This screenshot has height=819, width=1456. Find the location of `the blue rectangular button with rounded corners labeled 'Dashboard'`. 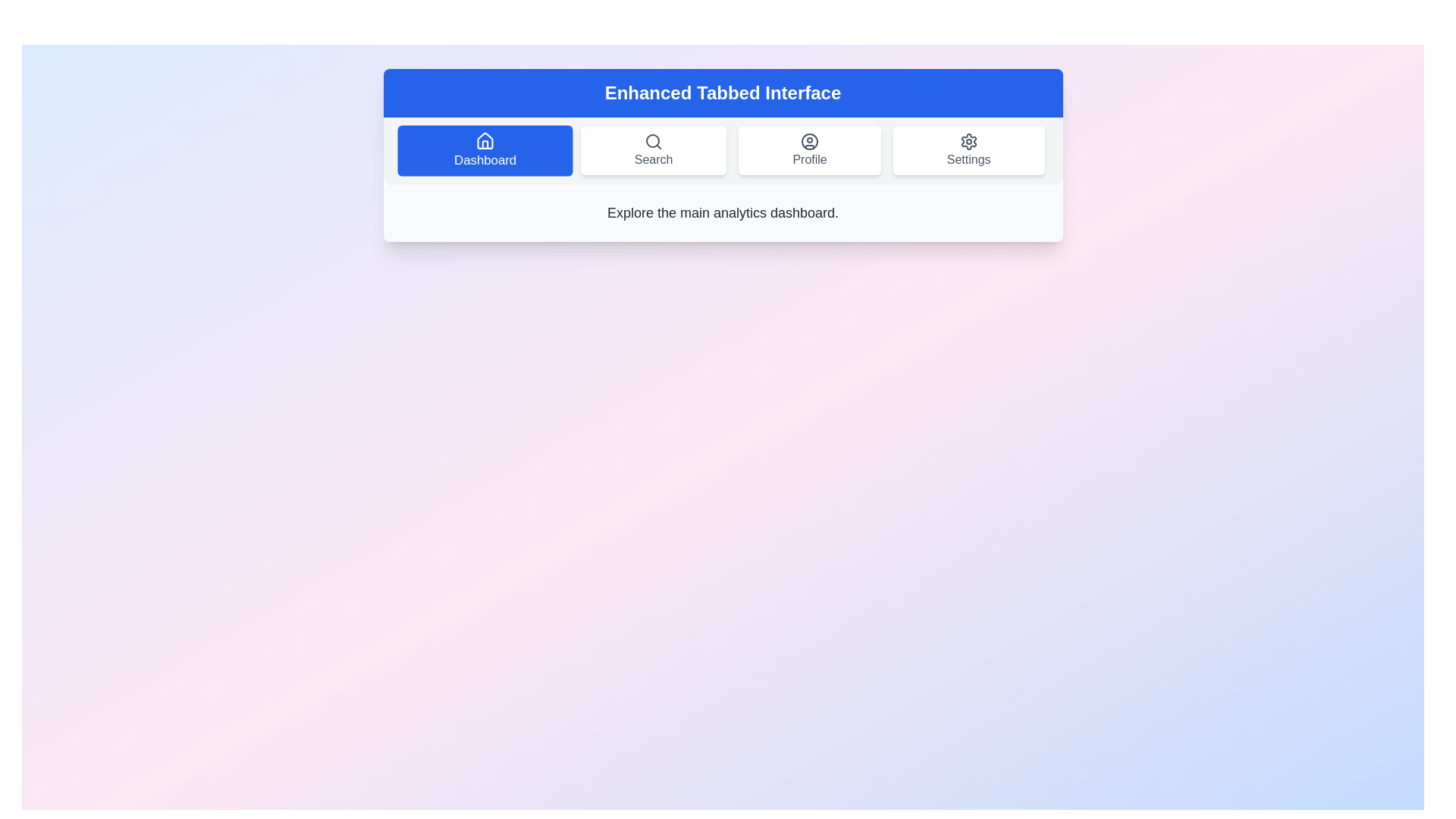

the blue rectangular button with rounded corners labeled 'Dashboard' is located at coordinates (484, 151).